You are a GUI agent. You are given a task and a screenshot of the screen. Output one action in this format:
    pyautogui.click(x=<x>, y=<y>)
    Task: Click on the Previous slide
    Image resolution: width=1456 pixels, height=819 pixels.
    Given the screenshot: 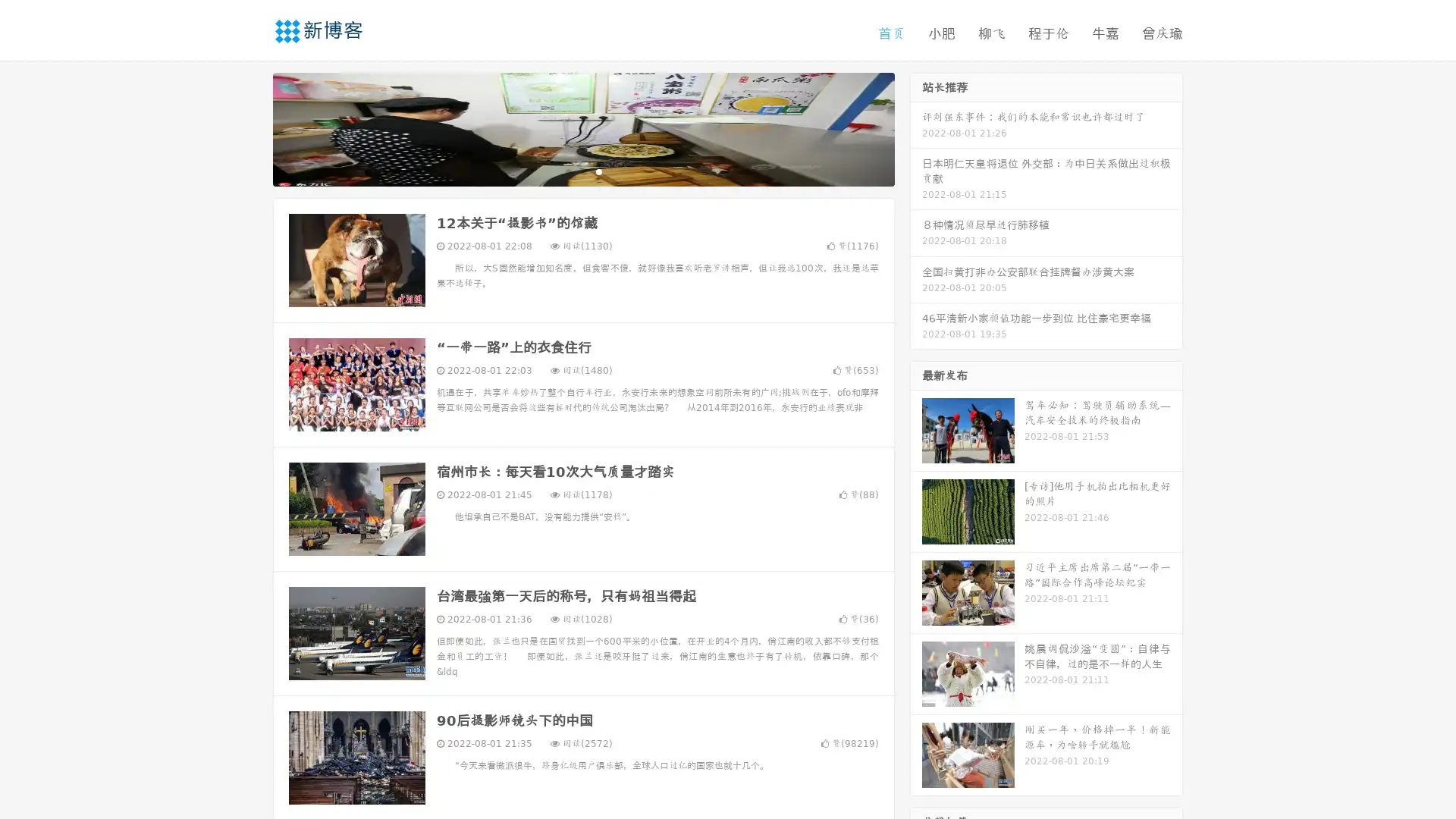 What is the action you would take?
    pyautogui.click(x=250, y=127)
    